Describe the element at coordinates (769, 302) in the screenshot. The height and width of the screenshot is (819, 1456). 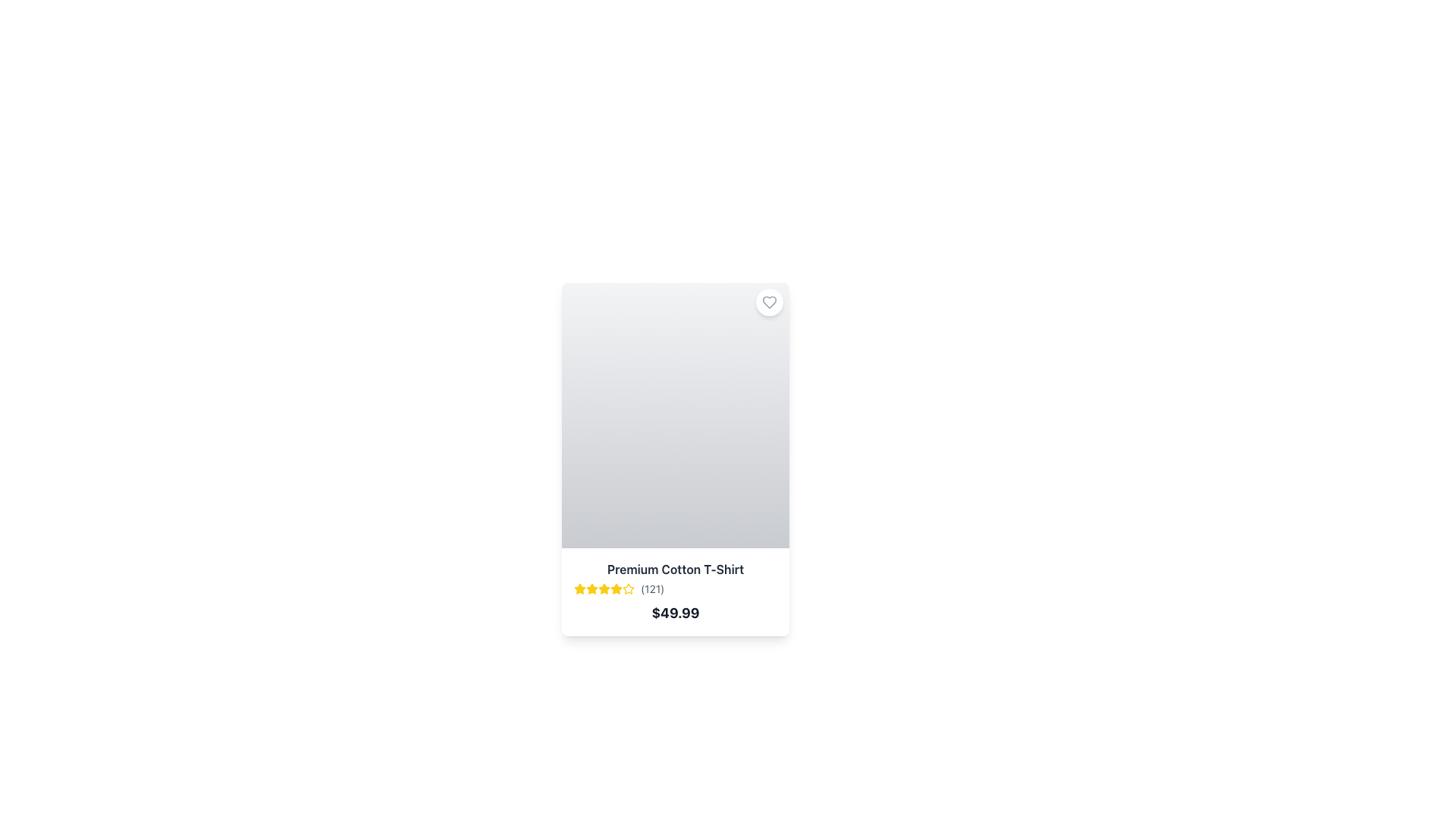
I see `the heart-shaped icon button located in the top-right corner of the card interface to favorite it` at that location.